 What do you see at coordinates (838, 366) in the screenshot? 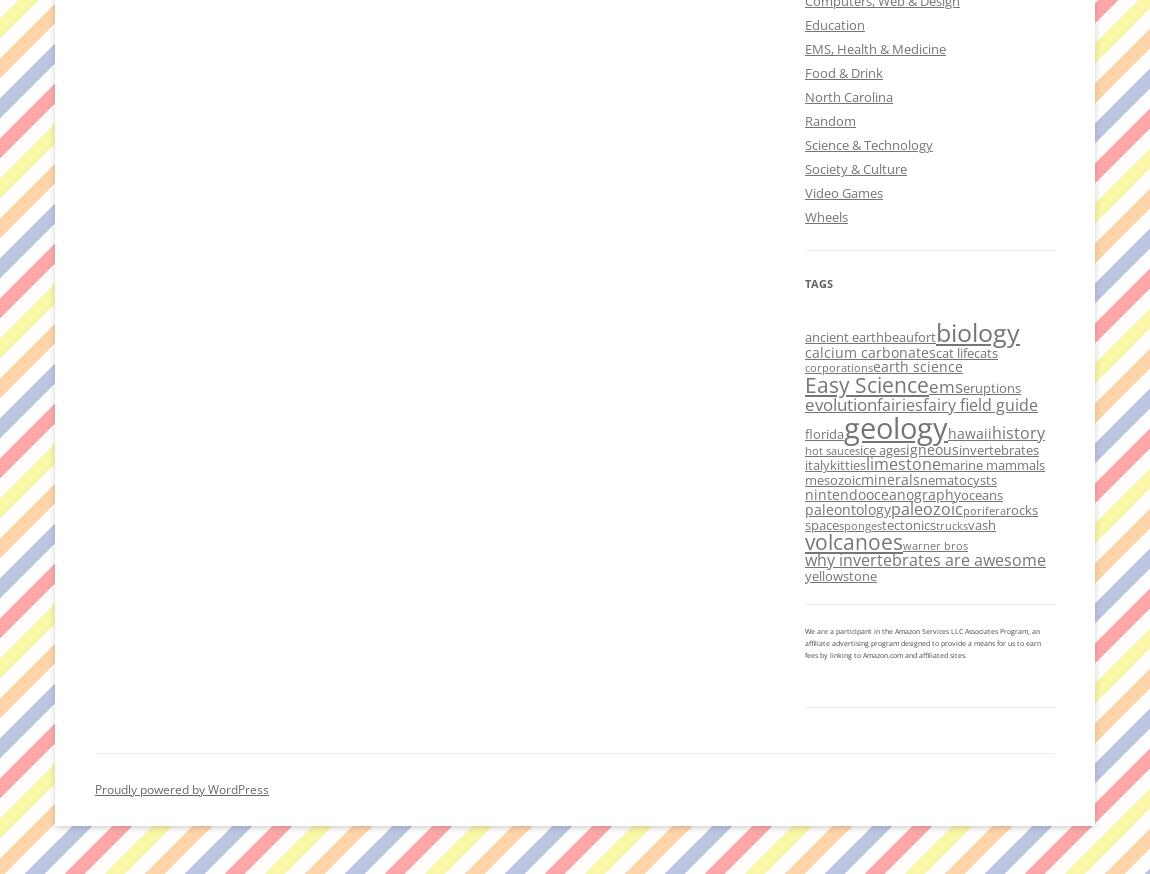
I see `'corporations'` at bounding box center [838, 366].